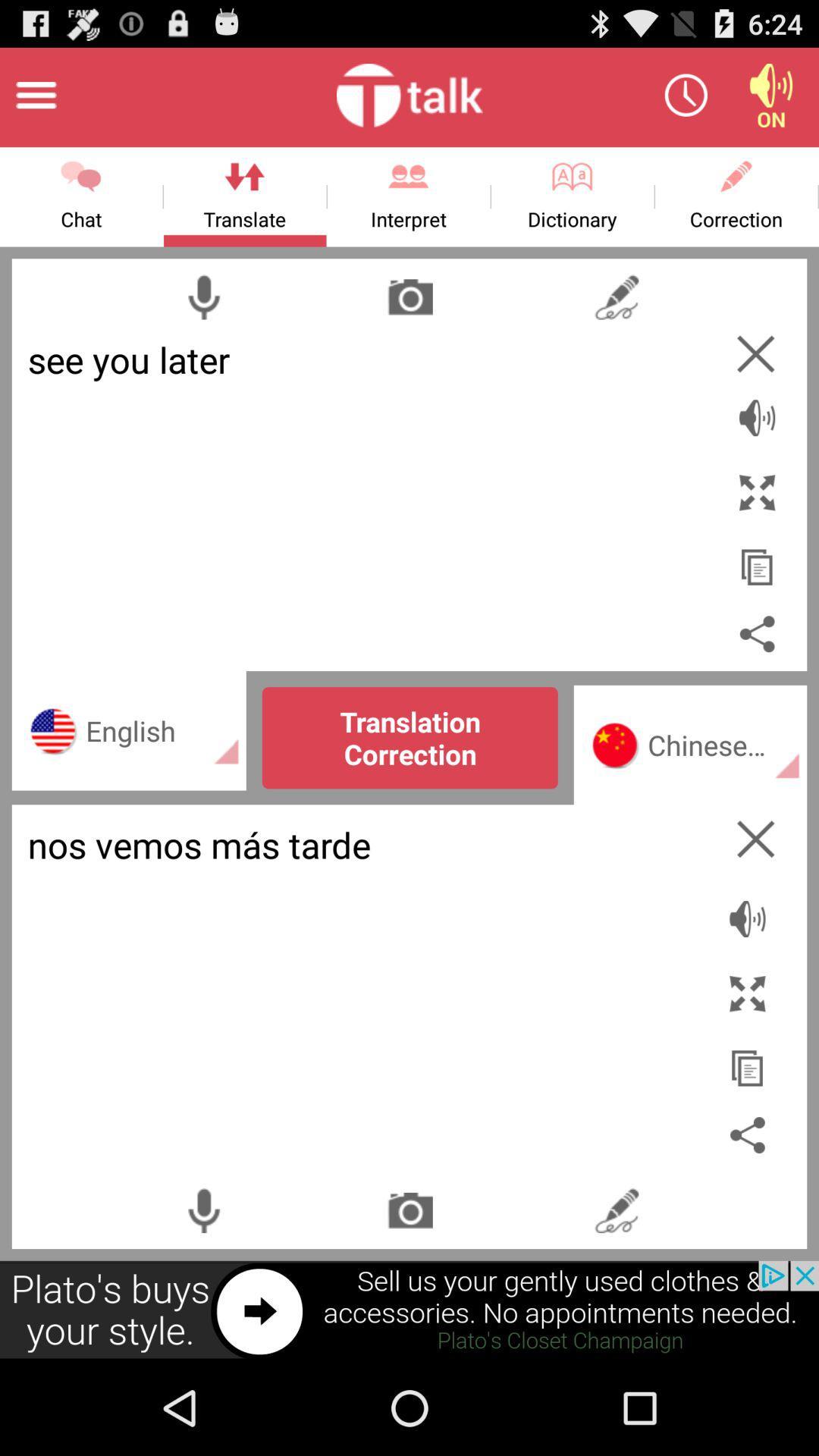 This screenshot has width=819, height=1456. I want to click on the copy icon, so click(757, 598).